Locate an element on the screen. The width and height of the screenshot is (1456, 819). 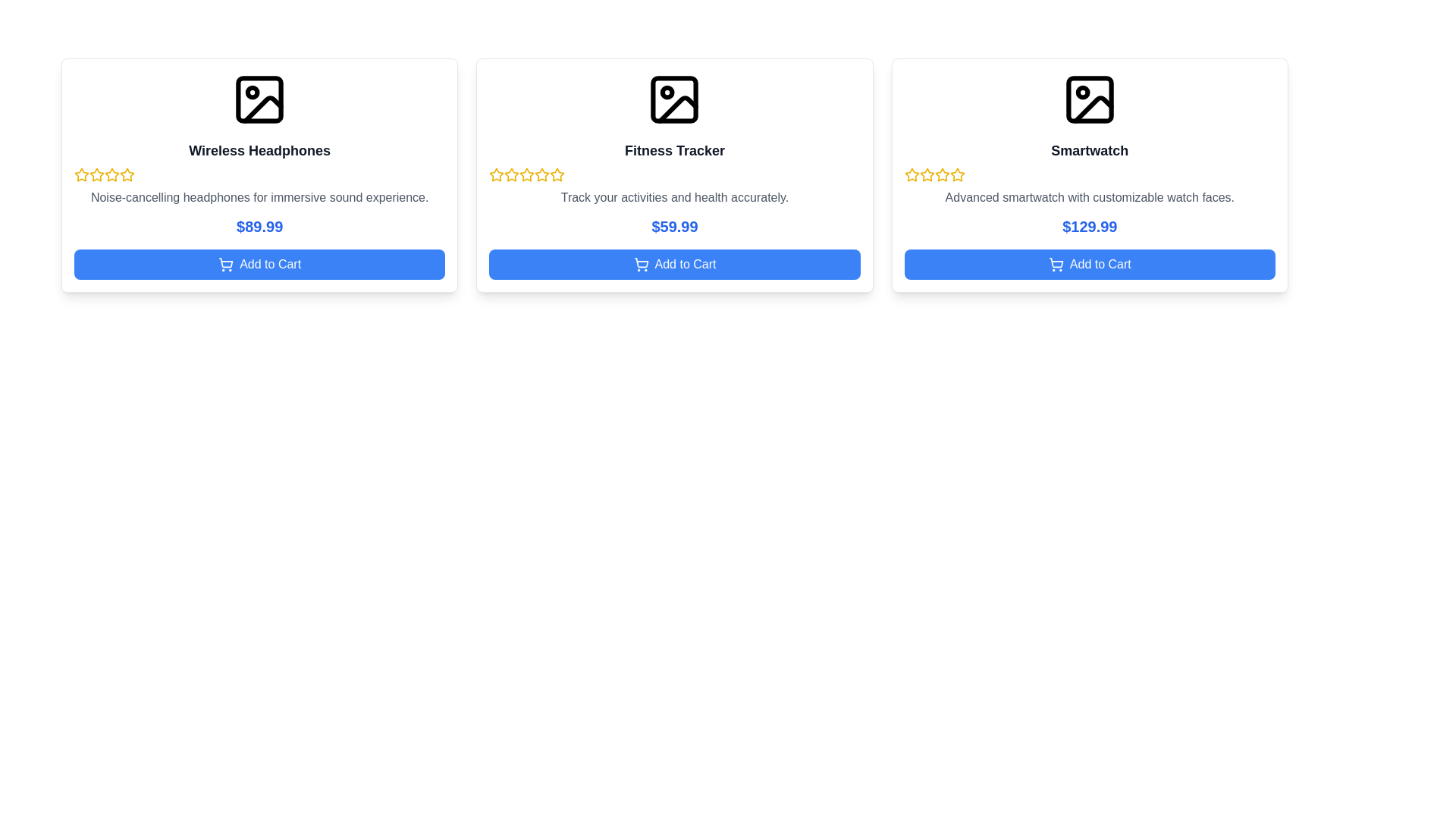
the second star in the star rating element under the title 'Fitness Tracker' to modify the rating is located at coordinates (542, 174).